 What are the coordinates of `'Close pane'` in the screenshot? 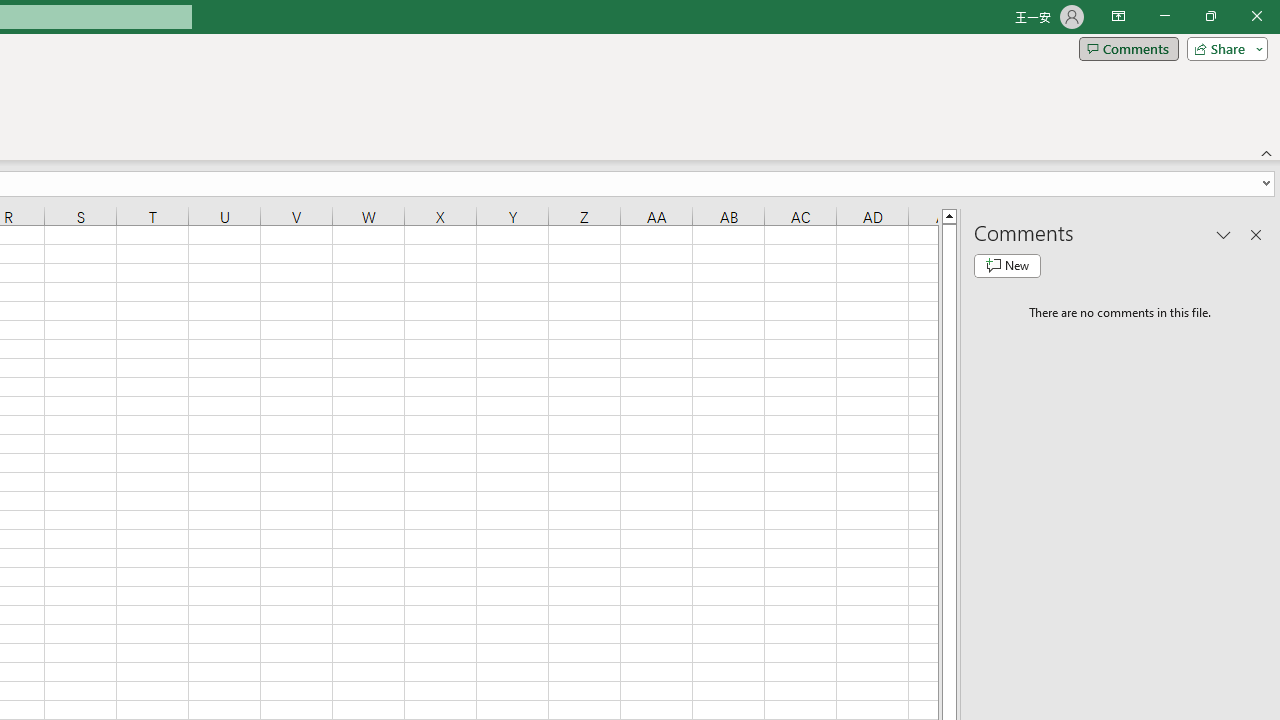 It's located at (1255, 234).